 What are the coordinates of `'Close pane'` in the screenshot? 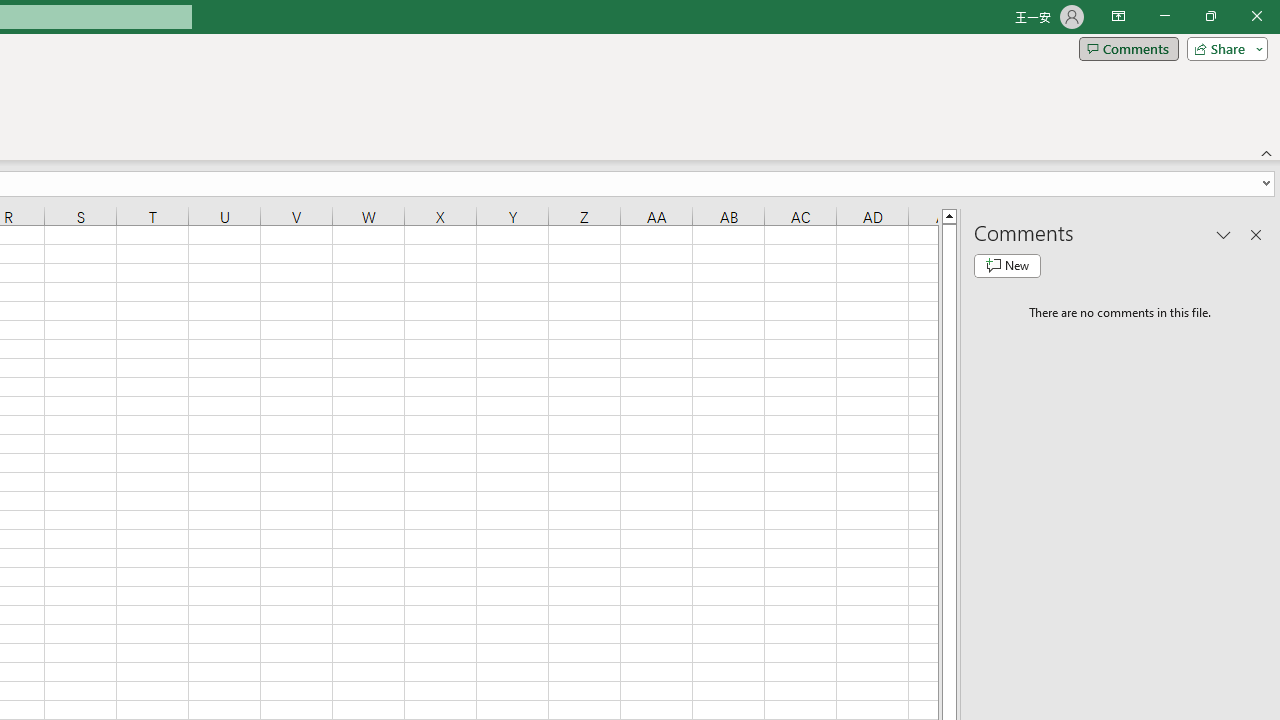 It's located at (1255, 234).